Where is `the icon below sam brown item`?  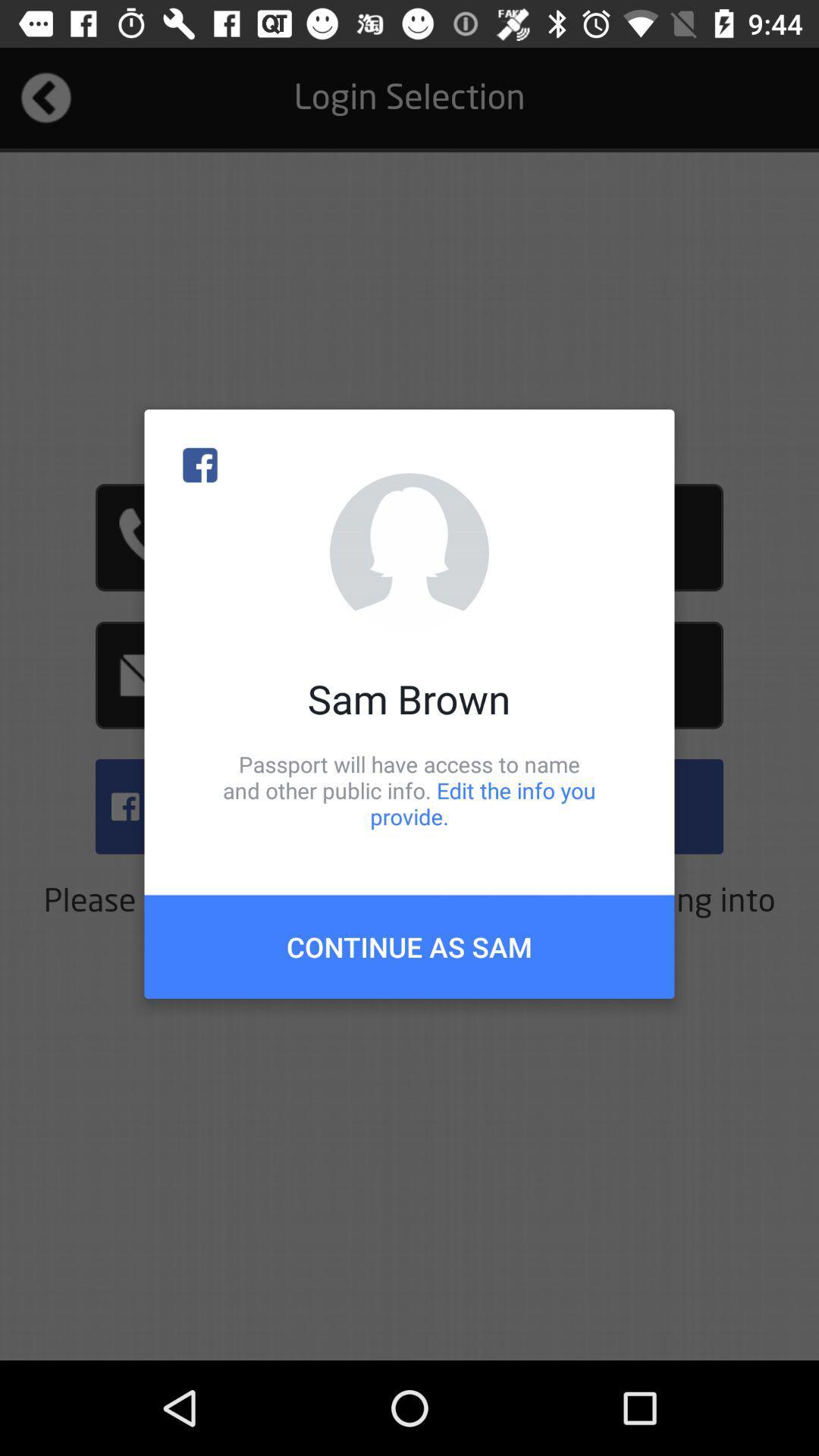 the icon below sam brown item is located at coordinates (409, 789).